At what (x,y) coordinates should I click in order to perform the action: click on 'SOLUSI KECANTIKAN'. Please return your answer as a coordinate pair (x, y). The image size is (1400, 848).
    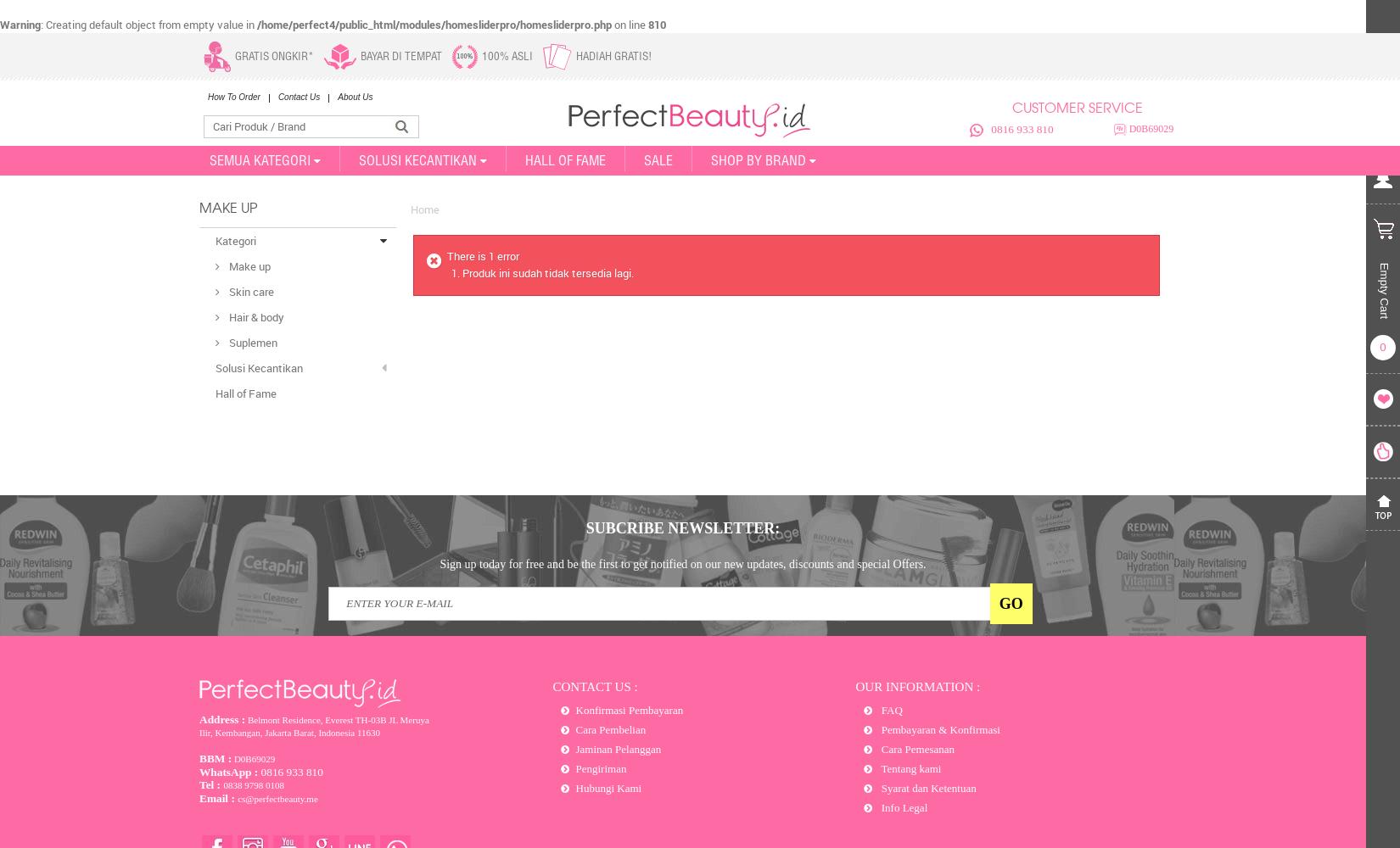
    Looking at the image, I should click on (417, 159).